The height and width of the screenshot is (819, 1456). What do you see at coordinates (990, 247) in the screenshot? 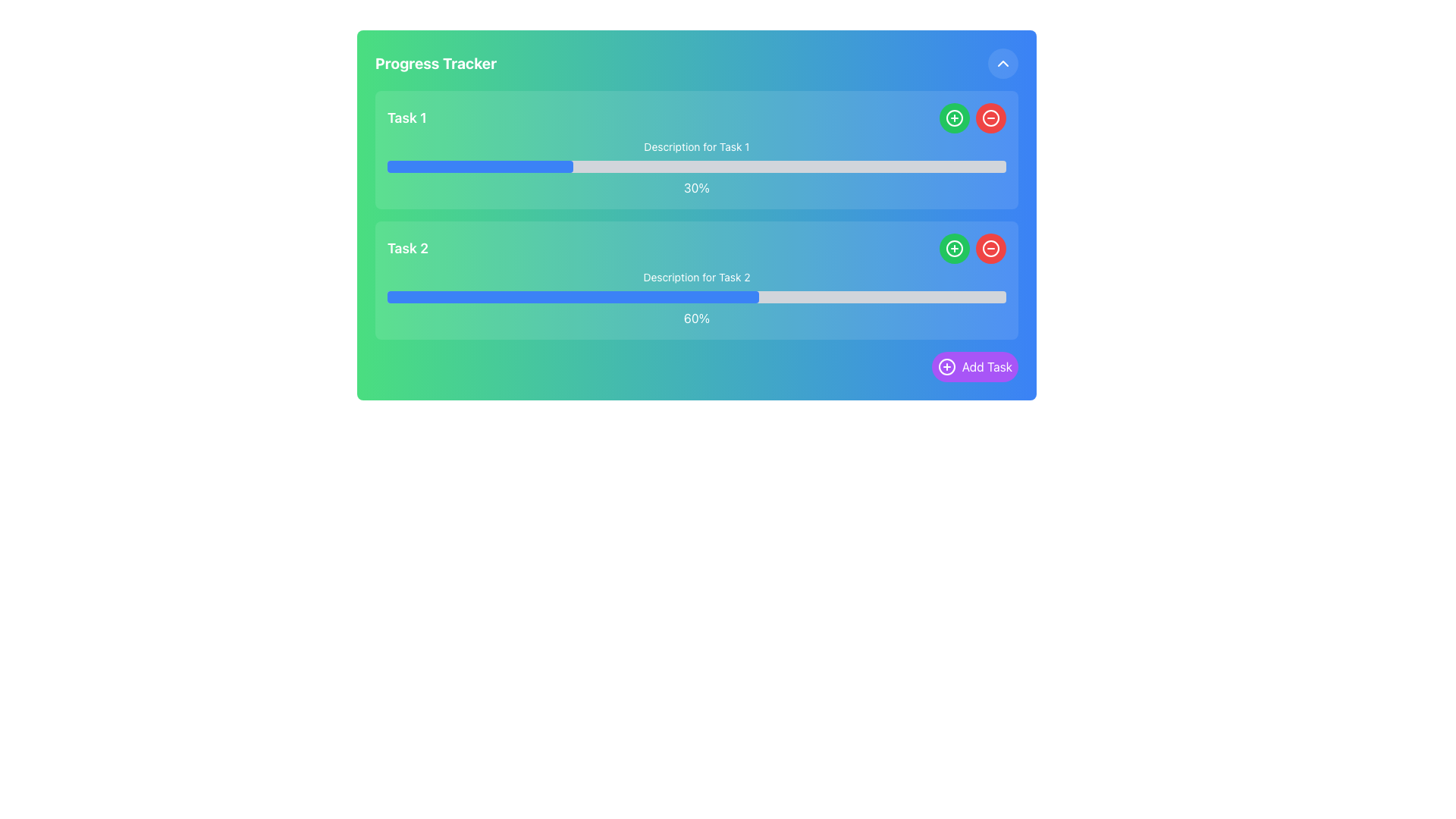
I see `the button that allows users to delete the associated task from the task list` at bounding box center [990, 247].